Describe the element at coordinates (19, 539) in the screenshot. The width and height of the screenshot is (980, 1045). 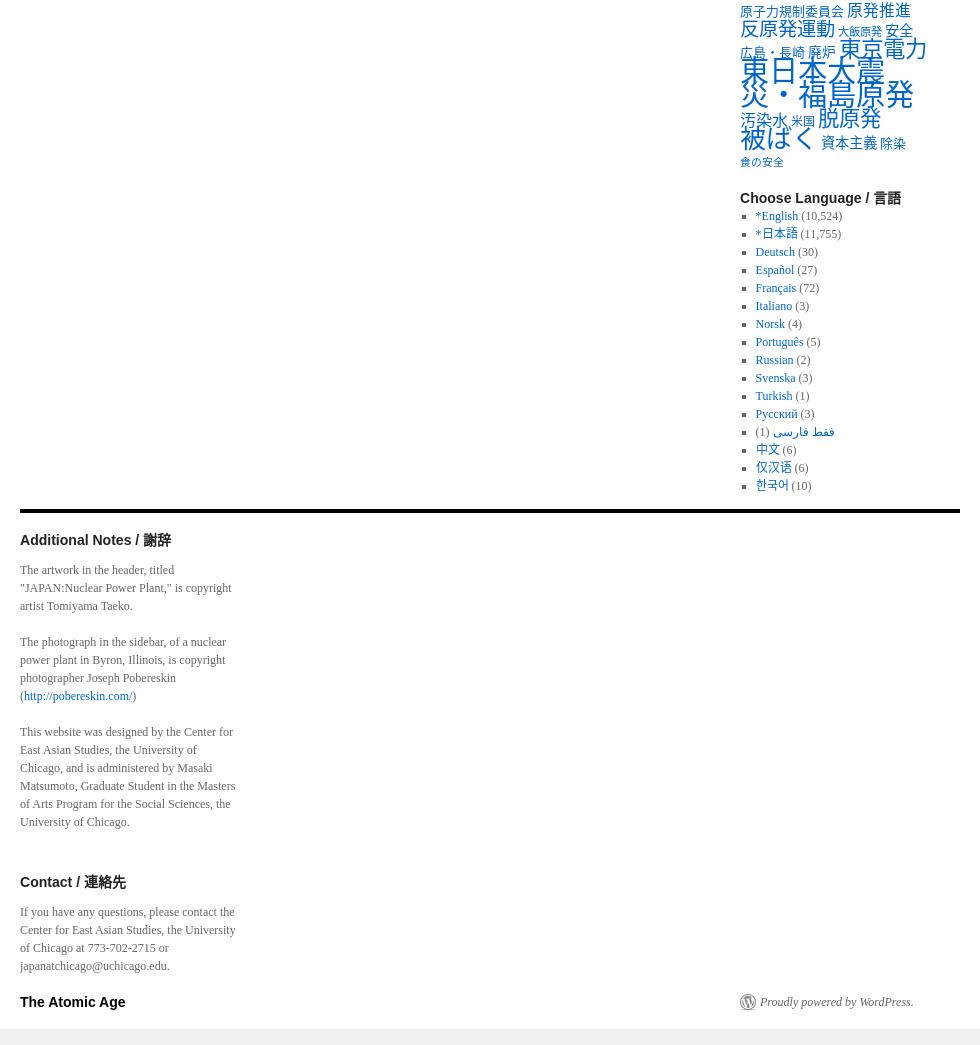
I see `'Additional Notes / 謝辞'` at that location.